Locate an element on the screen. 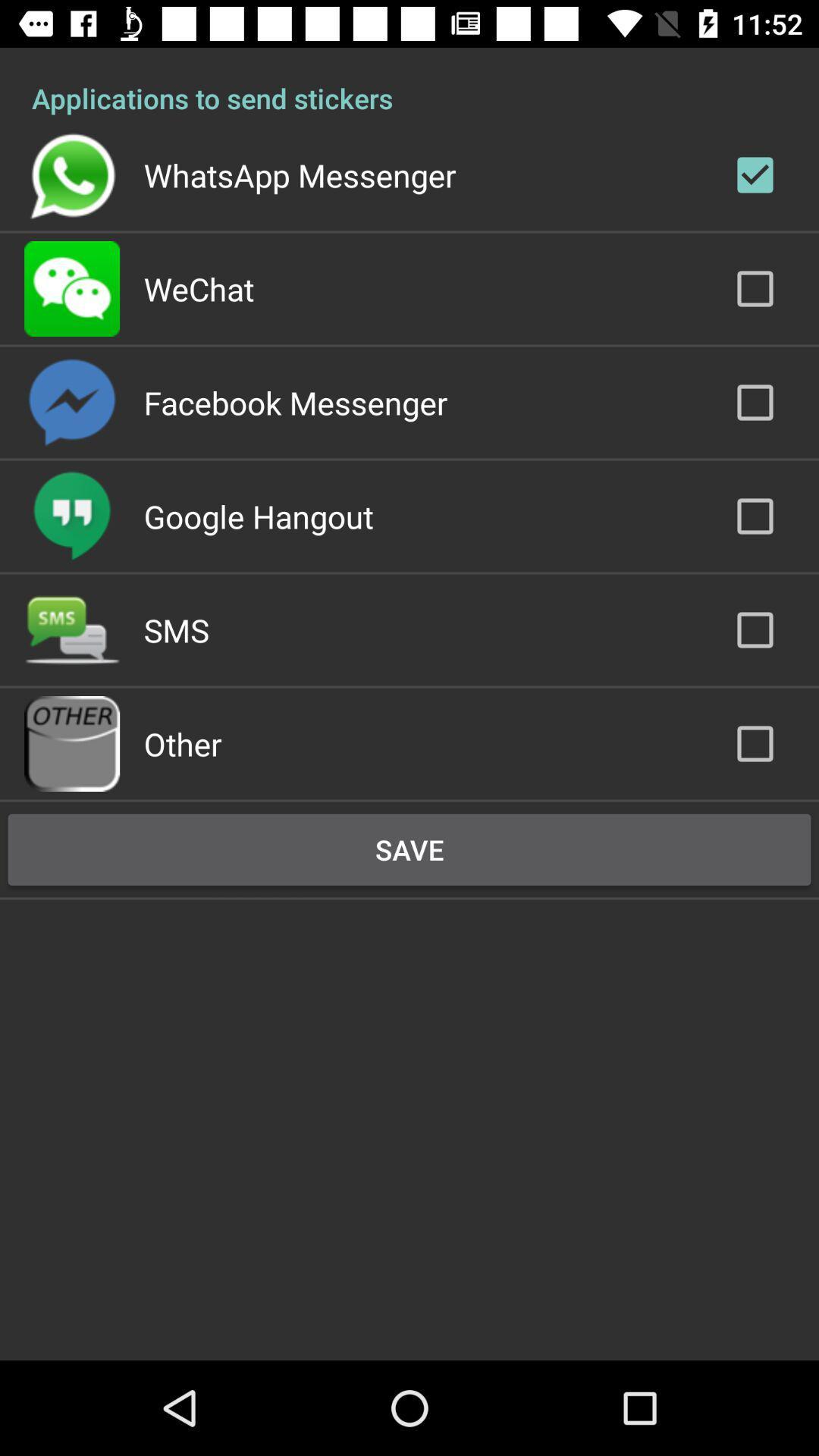 The width and height of the screenshot is (819, 1456). the wechat app is located at coordinates (198, 288).